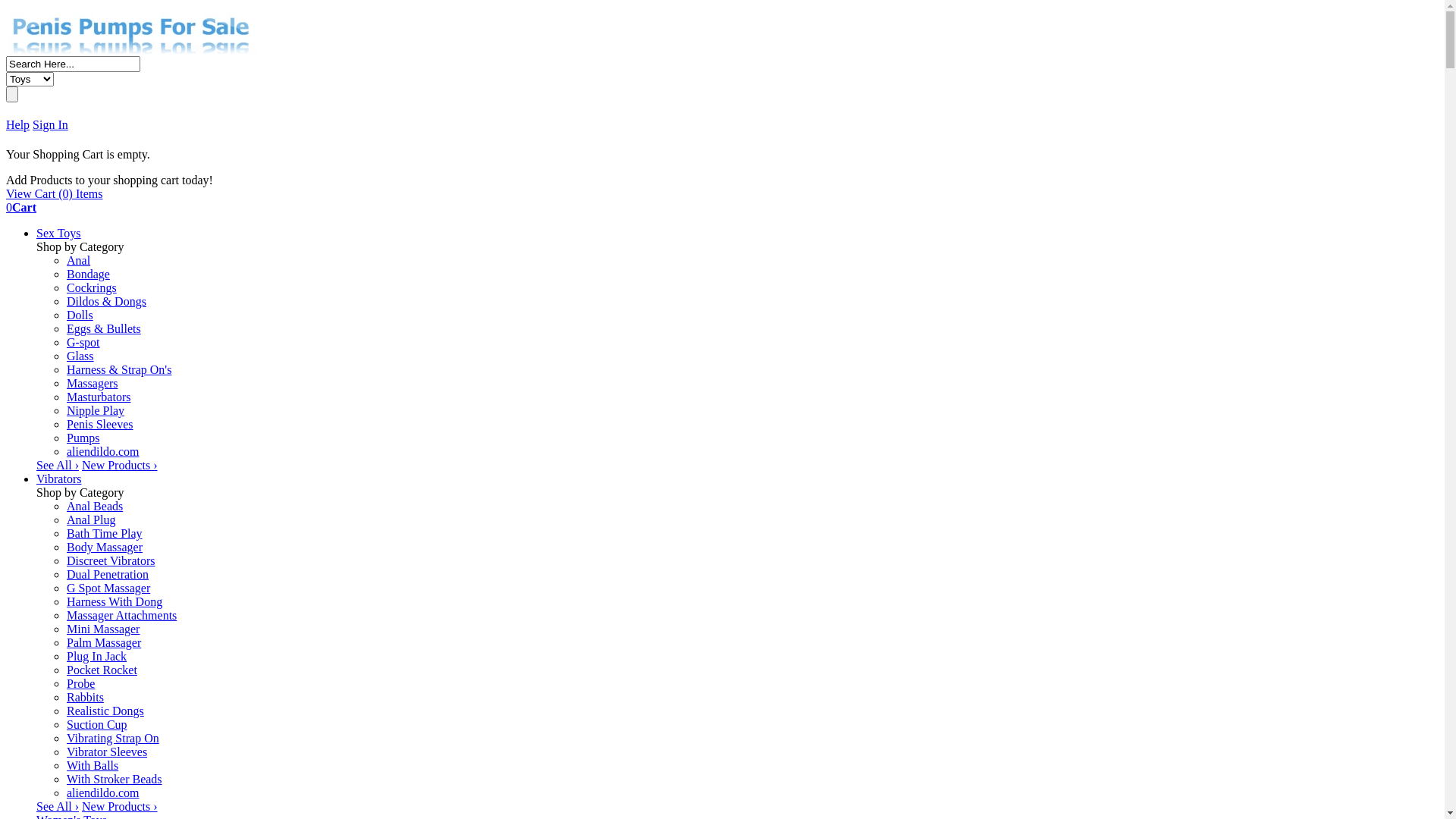  I want to click on 'Bath Time Play', so click(104, 532).